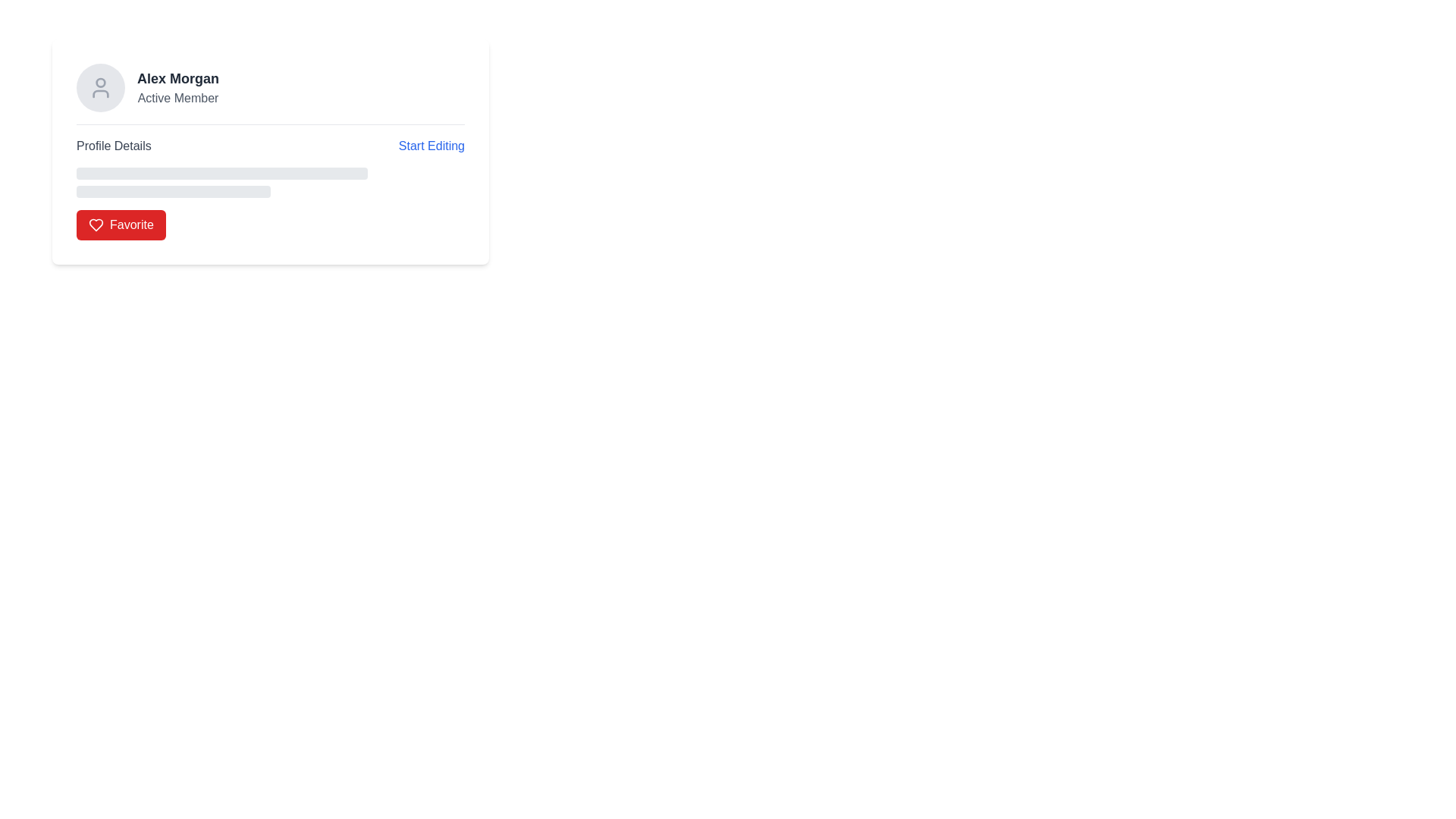  What do you see at coordinates (178, 79) in the screenshot?
I see `the Text label that displays the primary identifier or name of the profile, located above the 'Active Member' label and near the avatar icon` at bounding box center [178, 79].